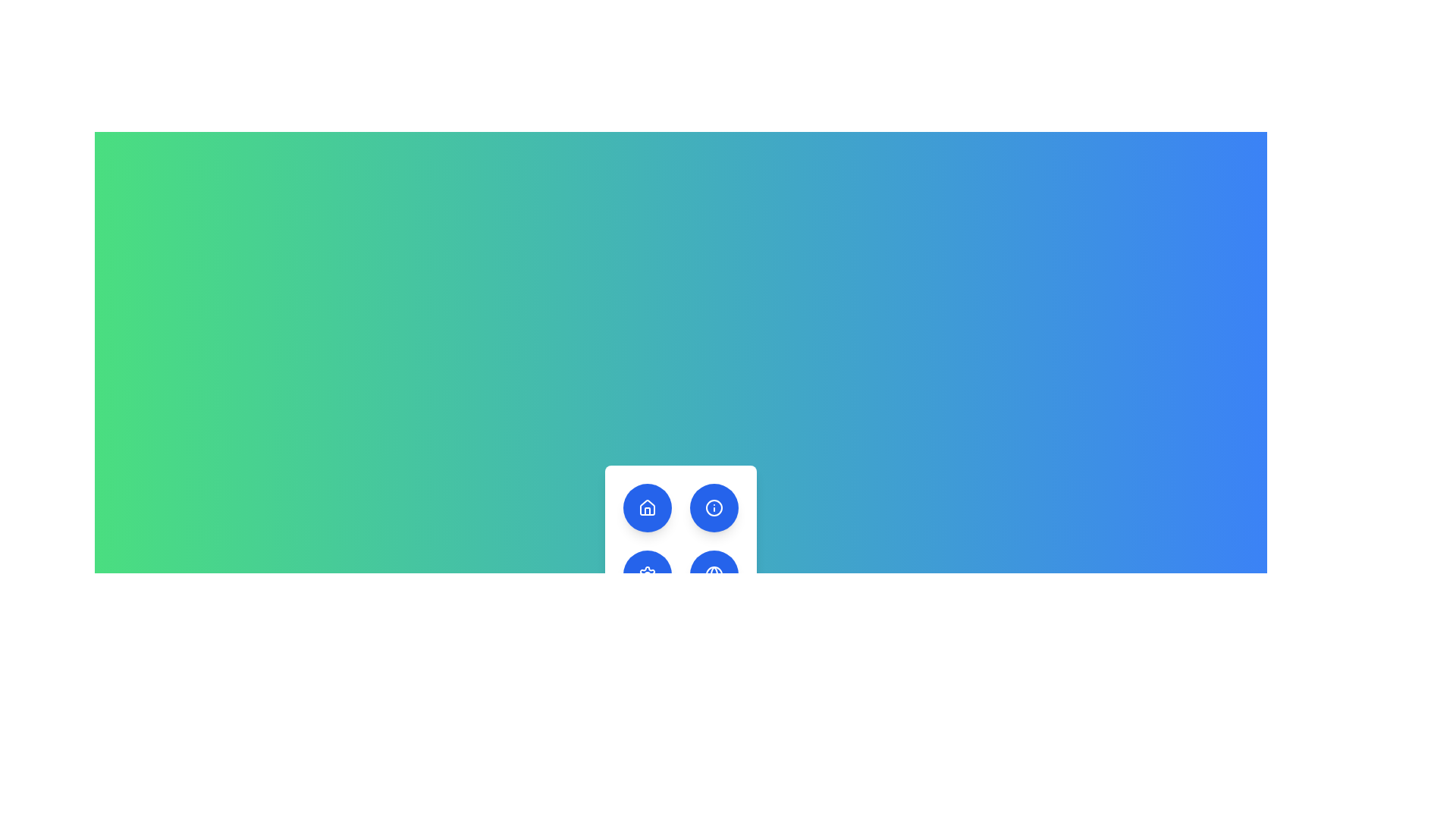 Image resolution: width=1456 pixels, height=819 pixels. I want to click on the globe icon located in the bottom row of a grid pattern of icons, positioned to the right, representing global options or international settings, so click(713, 575).